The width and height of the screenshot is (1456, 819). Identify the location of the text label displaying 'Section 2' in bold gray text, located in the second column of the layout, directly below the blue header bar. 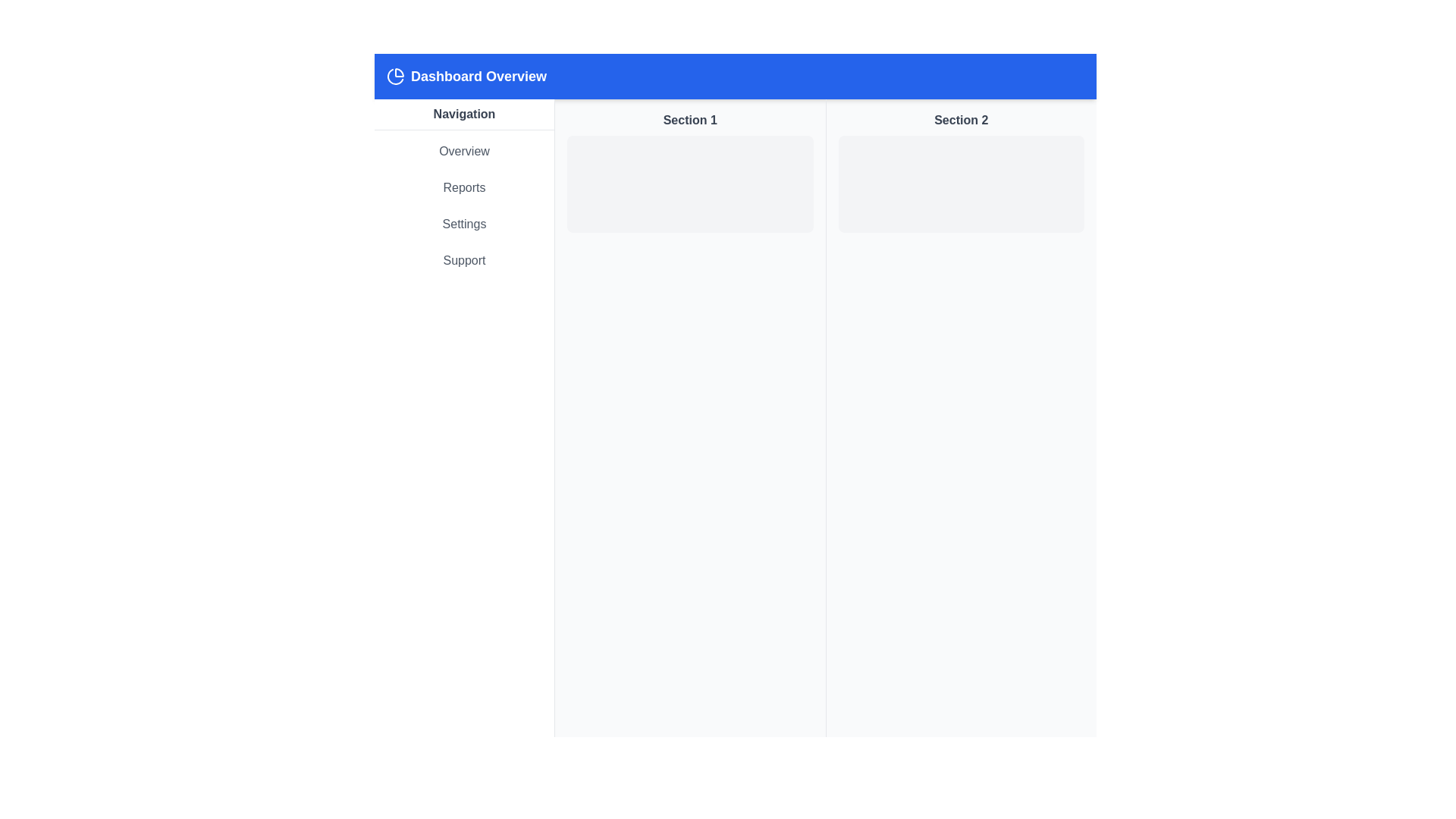
(960, 119).